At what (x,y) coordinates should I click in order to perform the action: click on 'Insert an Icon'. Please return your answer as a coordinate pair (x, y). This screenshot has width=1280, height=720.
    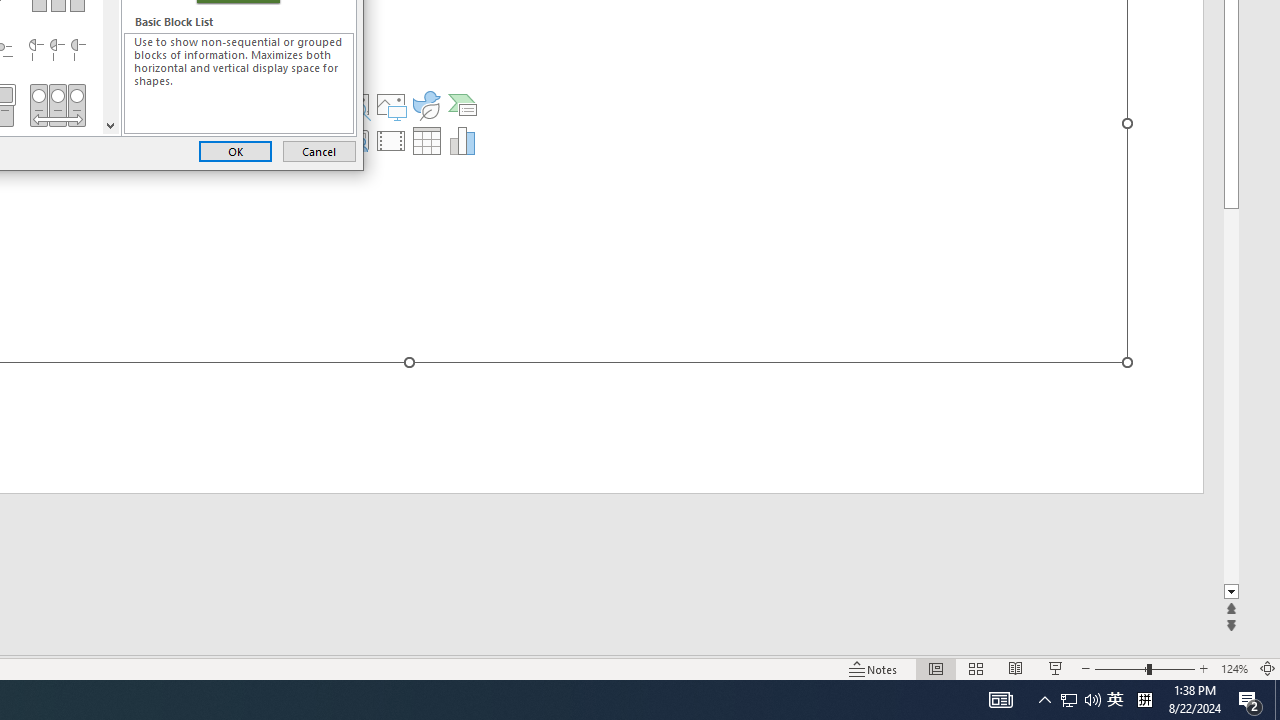
    Looking at the image, I should click on (425, 105).